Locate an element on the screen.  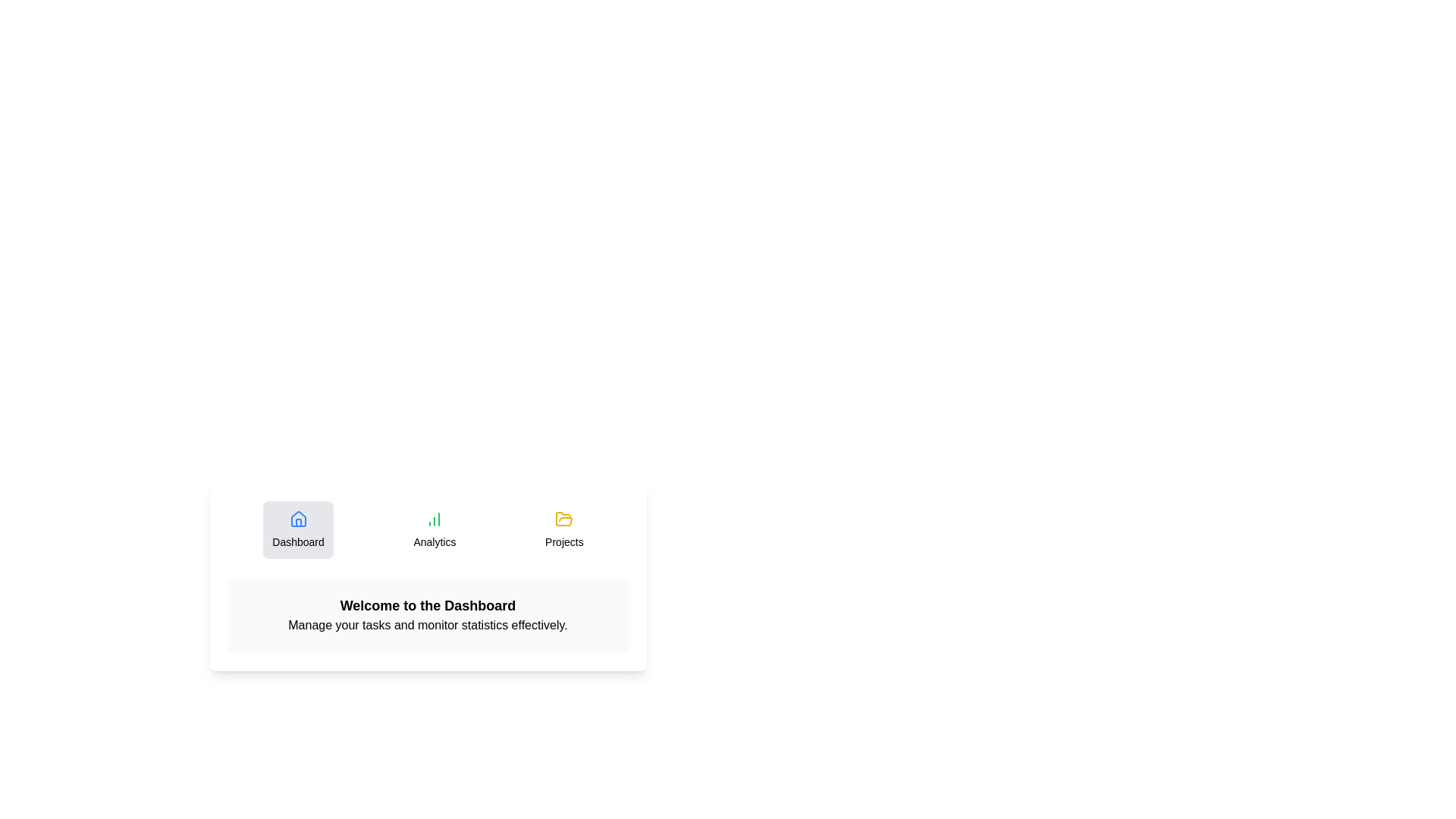
the Dashboard tab to observe hover effects is located at coordinates (298, 529).